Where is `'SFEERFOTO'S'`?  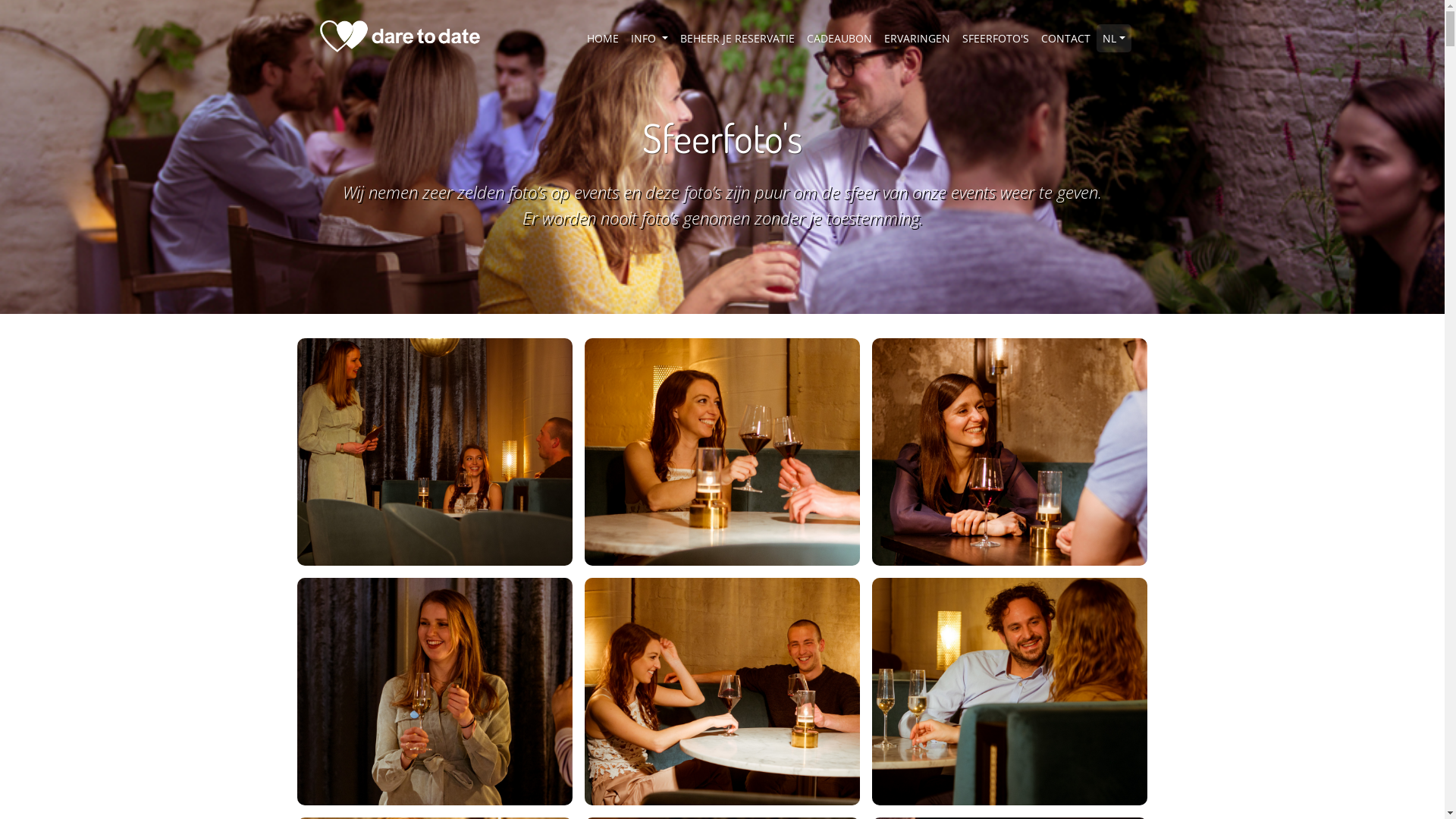 'SFEERFOTO'S' is located at coordinates (996, 37).